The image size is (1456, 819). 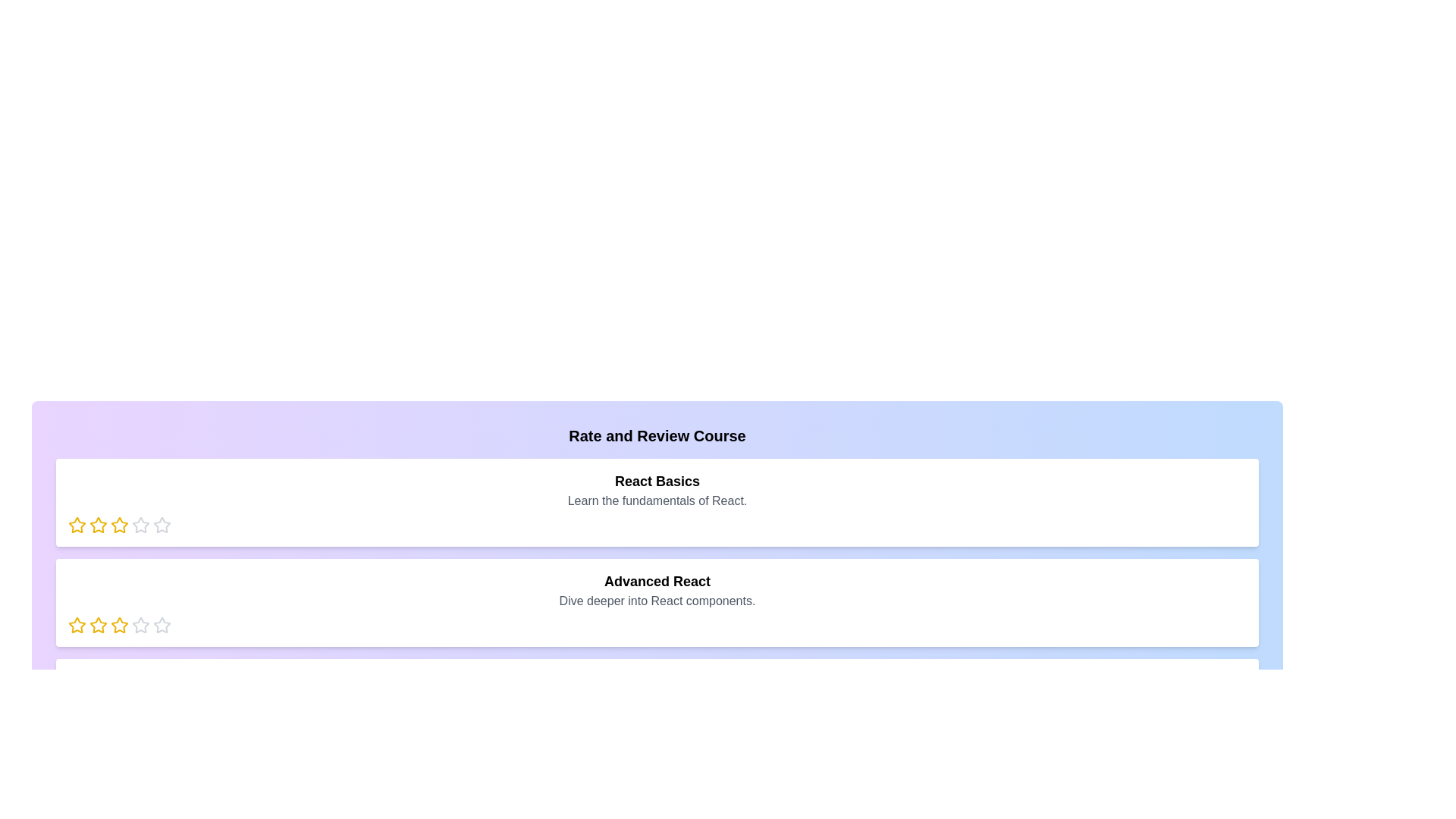 What do you see at coordinates (657, 435) in the screenshot?
I see `prominent title text labeled 'Rate and Review Course', which is styled in bold and extra-large font, located at the top of the gradient background panel` at bounding box center [657, 435].